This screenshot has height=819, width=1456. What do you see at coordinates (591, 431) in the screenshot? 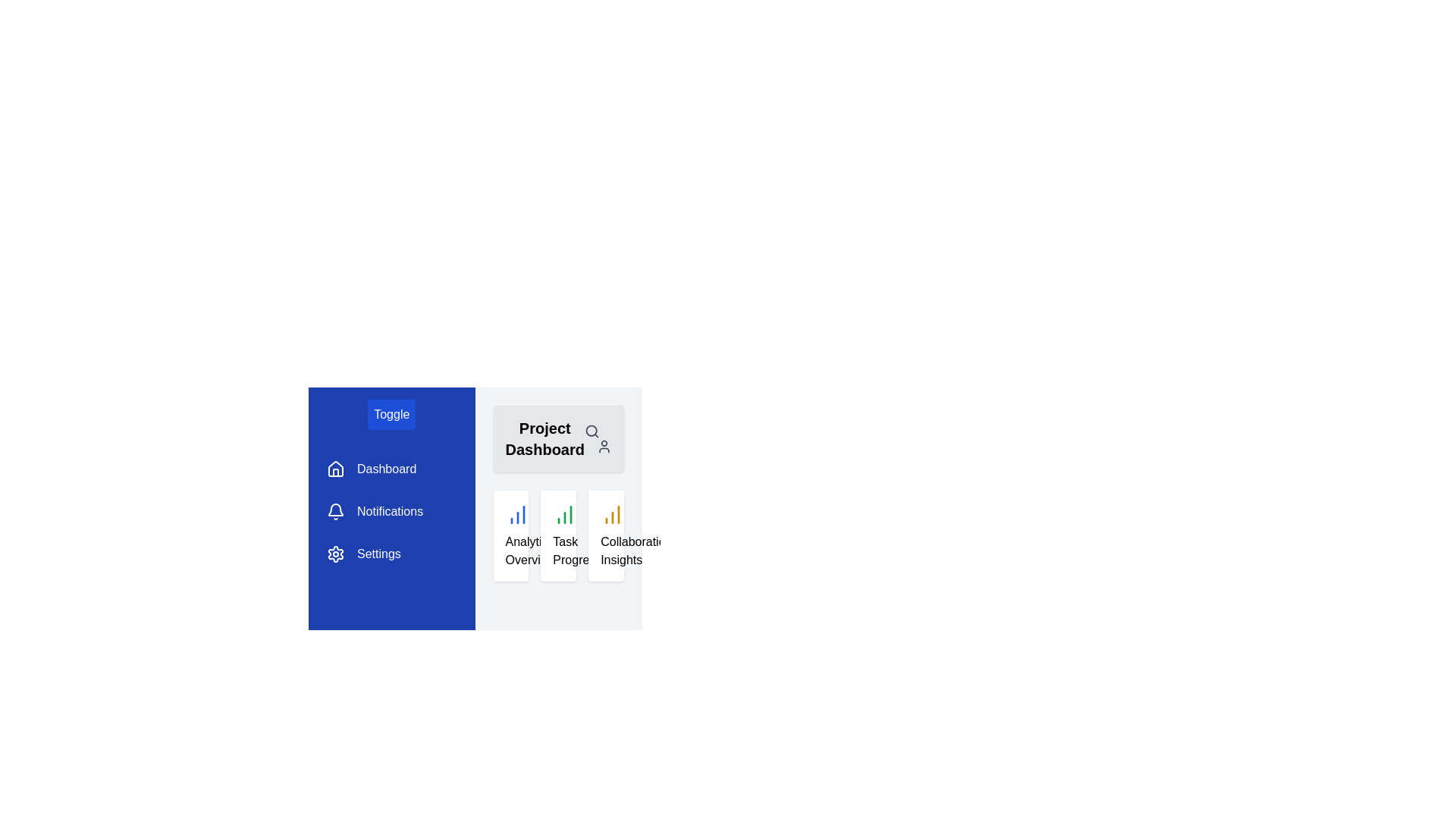
I see `the Search icon, which resembles a magnifying glass and is styled in gray with hover effects transitioning to black, located in the upper-right section next to the 'Project Dashboard' title` at bounding box center [591, 431].